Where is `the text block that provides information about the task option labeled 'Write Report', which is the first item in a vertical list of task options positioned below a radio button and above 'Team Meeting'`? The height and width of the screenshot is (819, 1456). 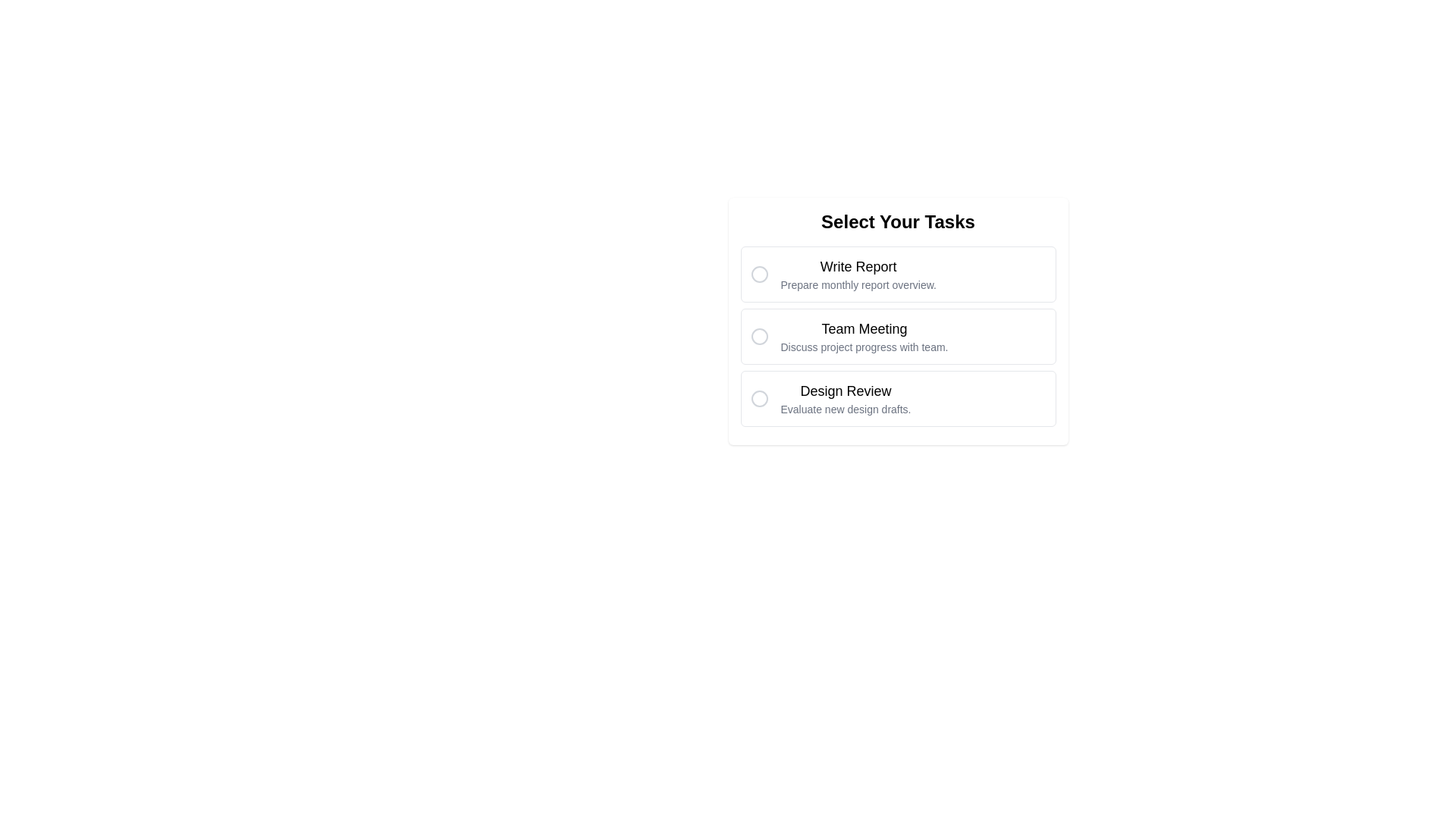
the text block that provides information about the task option labeled 'Write Report', which is the first item in a vertical list of task options positioned below a radio button and above 'Team Meeting' is located at coordinates (858, 275).